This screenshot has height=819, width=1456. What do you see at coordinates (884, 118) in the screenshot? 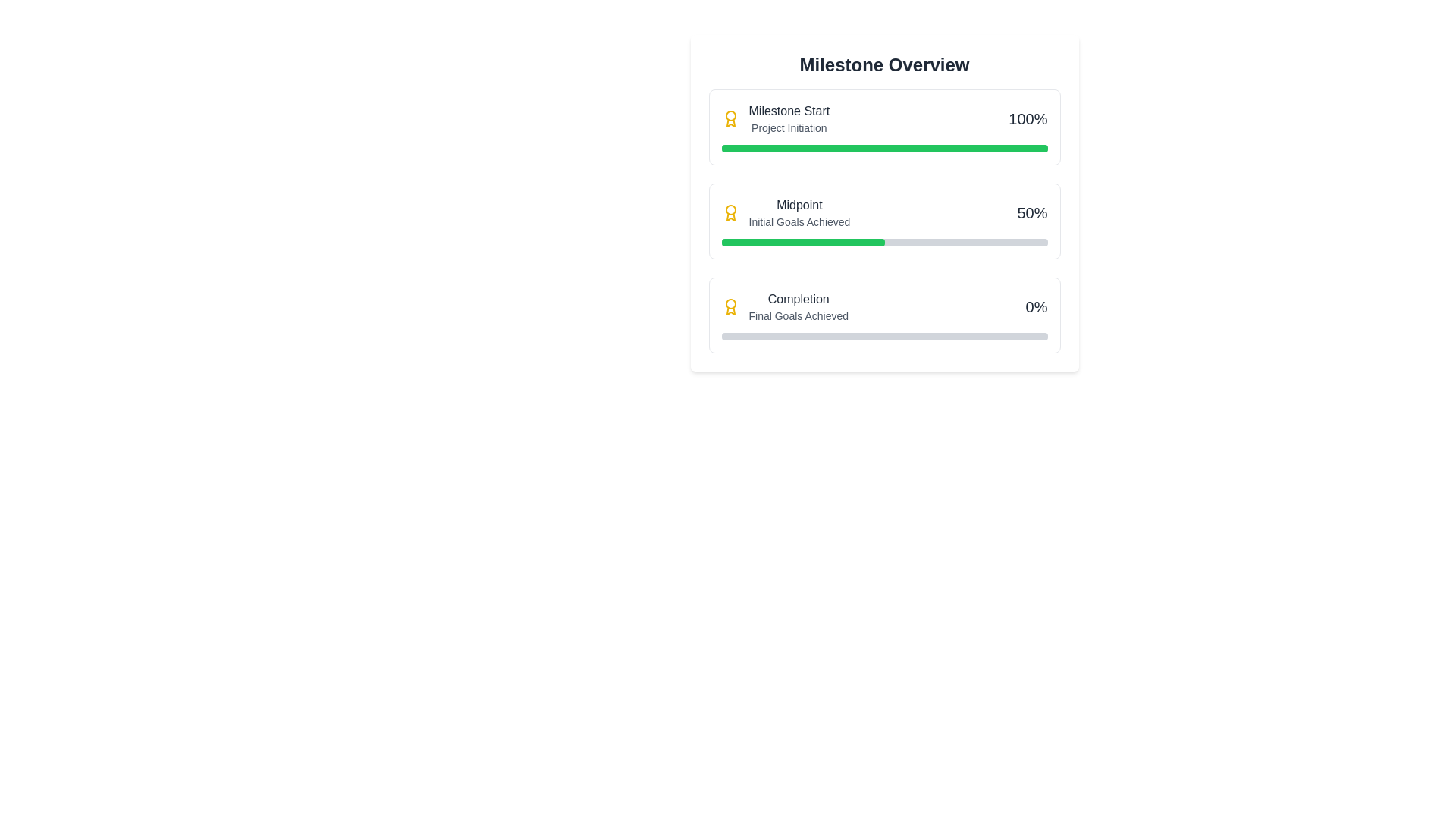
I see `the 'Milestone Start' informational section` at bounding box center [884, 118].